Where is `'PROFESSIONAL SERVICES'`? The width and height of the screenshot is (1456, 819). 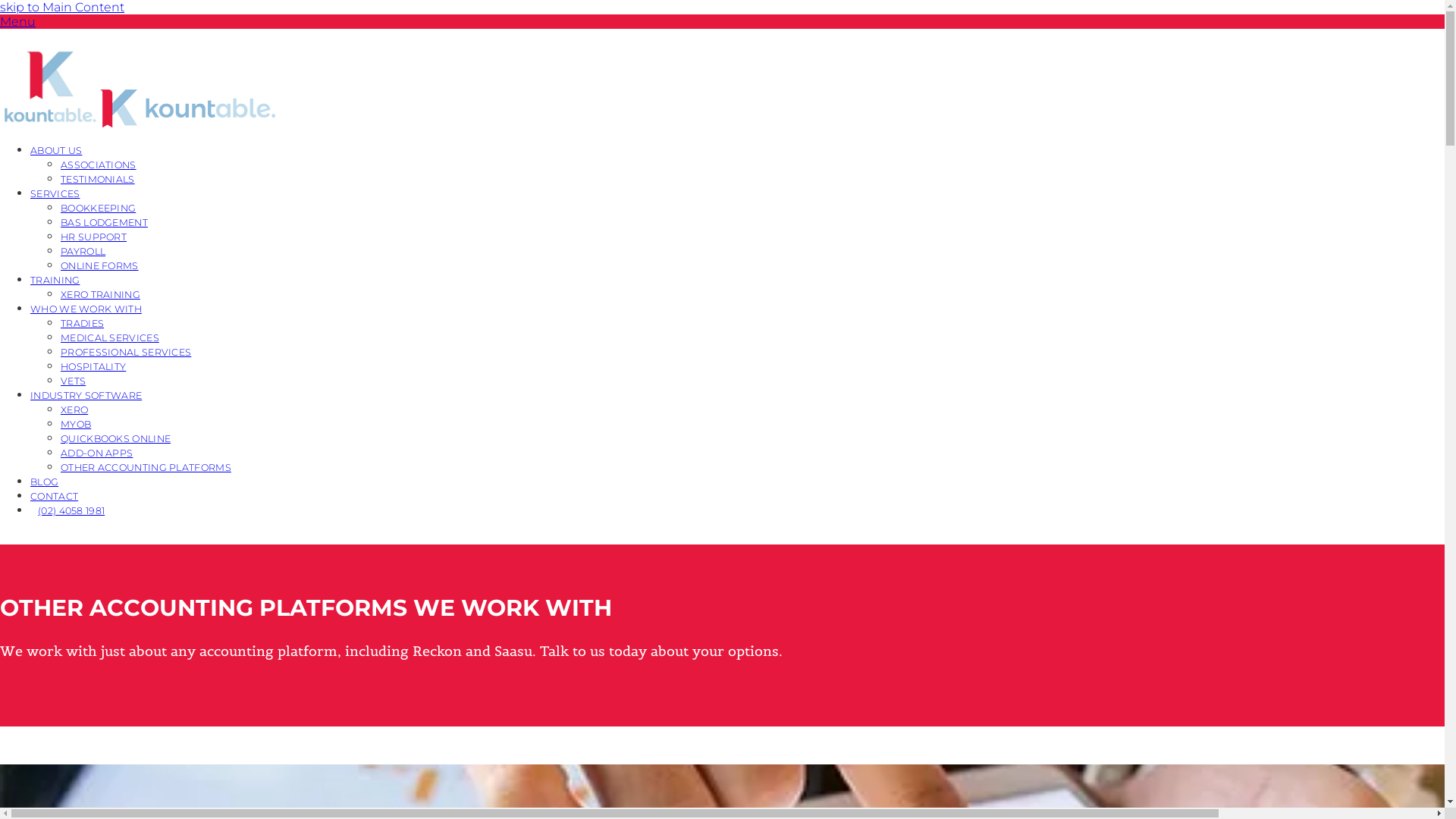
'PROFESSIONAL SERVICES' is located at coordinates (126, 351).